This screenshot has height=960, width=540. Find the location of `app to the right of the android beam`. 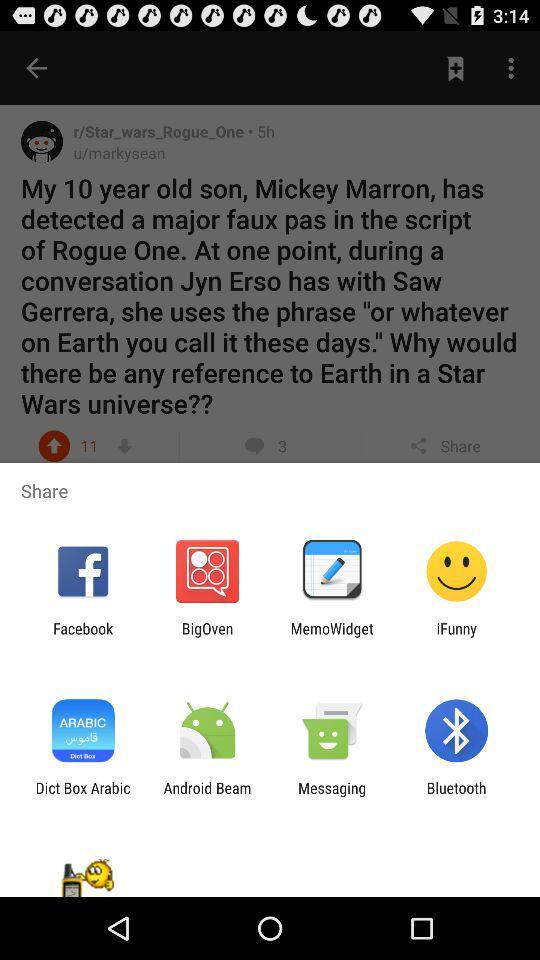

app to the right of the android beam is located at coordinates (332, 796).